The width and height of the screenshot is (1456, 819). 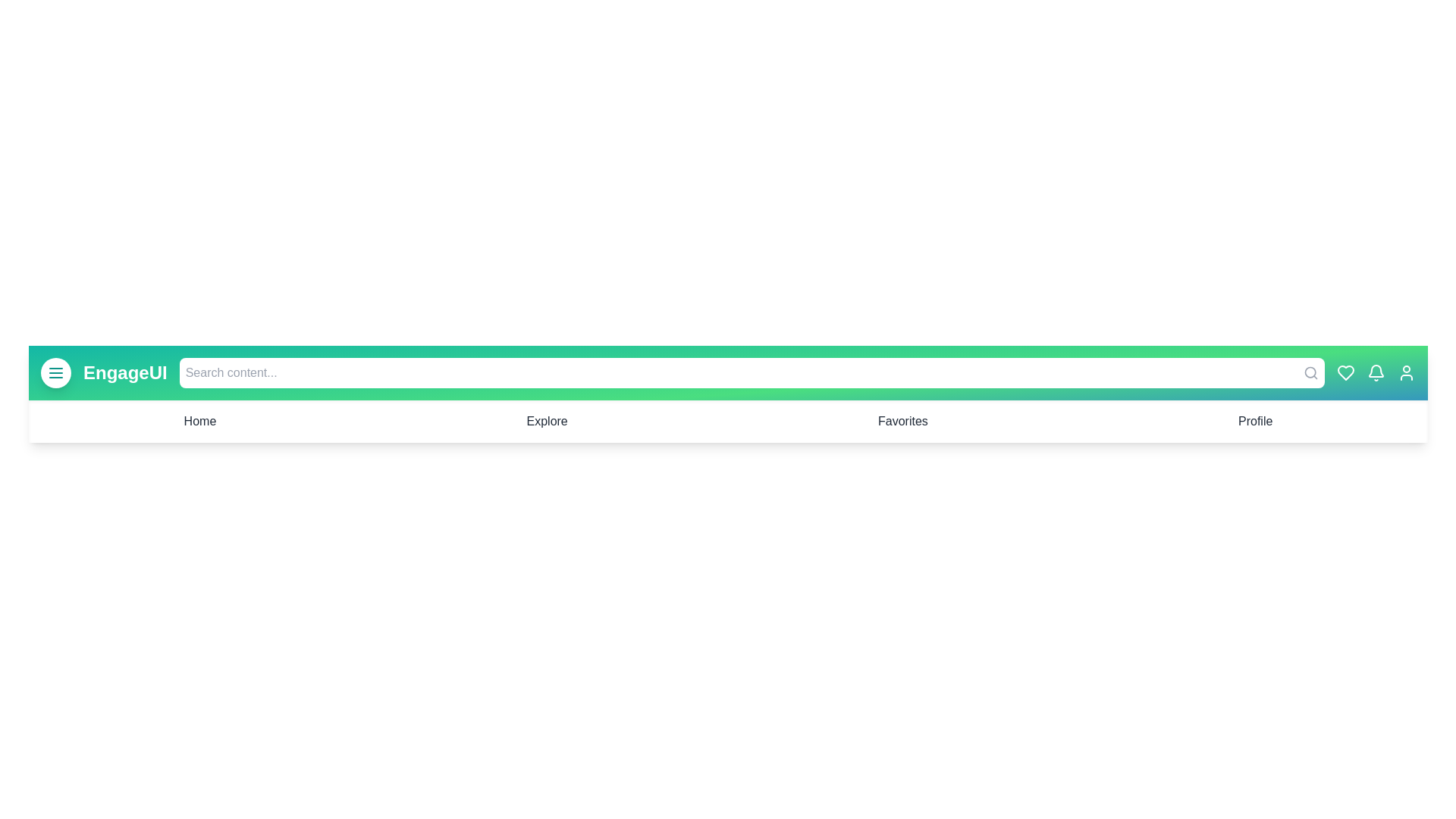 What do you see at coordinates (546, 421) in the screenshot?
I see `the menu item labeled Explore` at bounding box center [546, 421].